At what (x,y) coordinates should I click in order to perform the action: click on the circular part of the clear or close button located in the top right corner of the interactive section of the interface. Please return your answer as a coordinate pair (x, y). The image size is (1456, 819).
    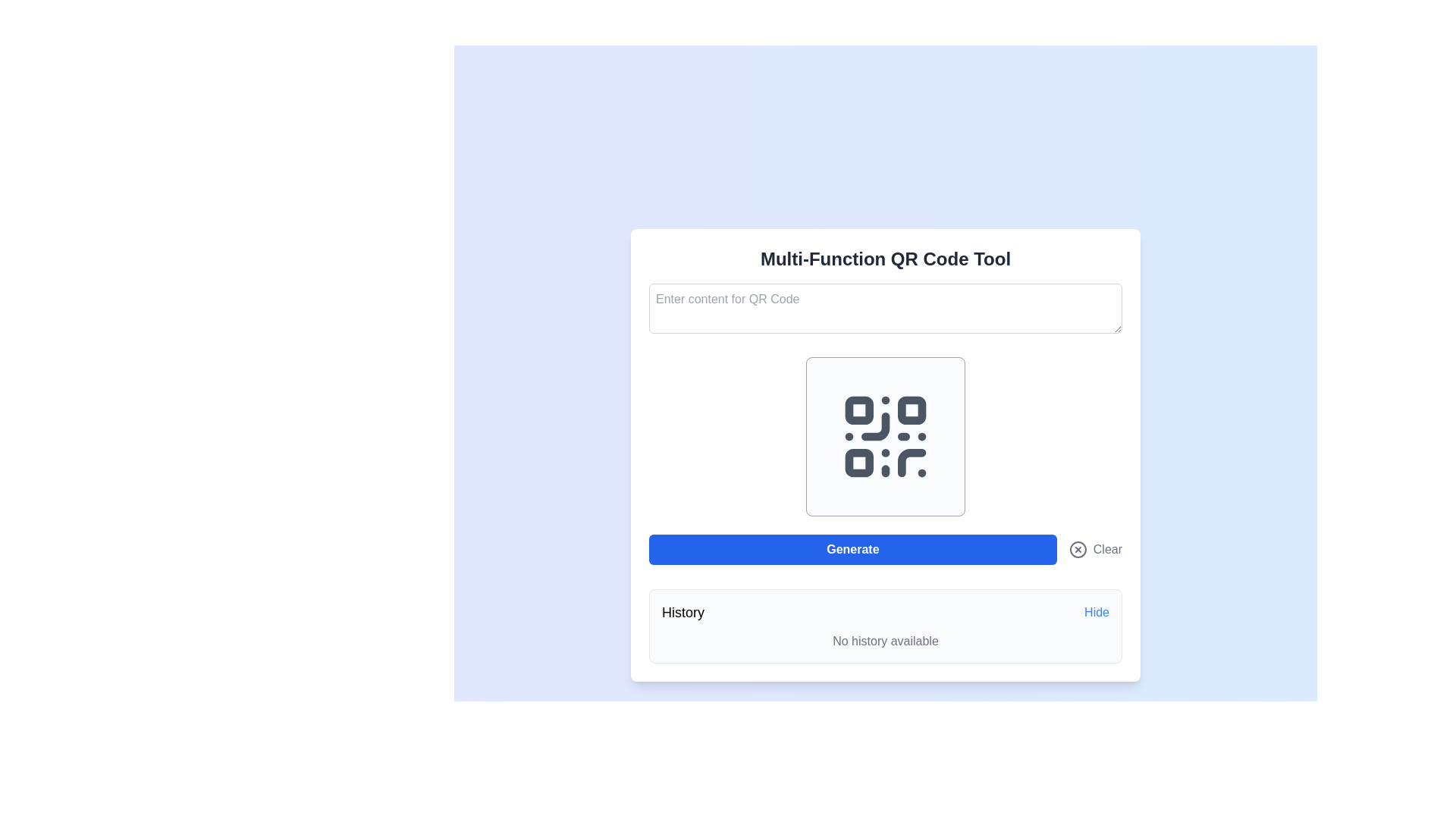
    Looking at the image, I should click on (1077, 549).